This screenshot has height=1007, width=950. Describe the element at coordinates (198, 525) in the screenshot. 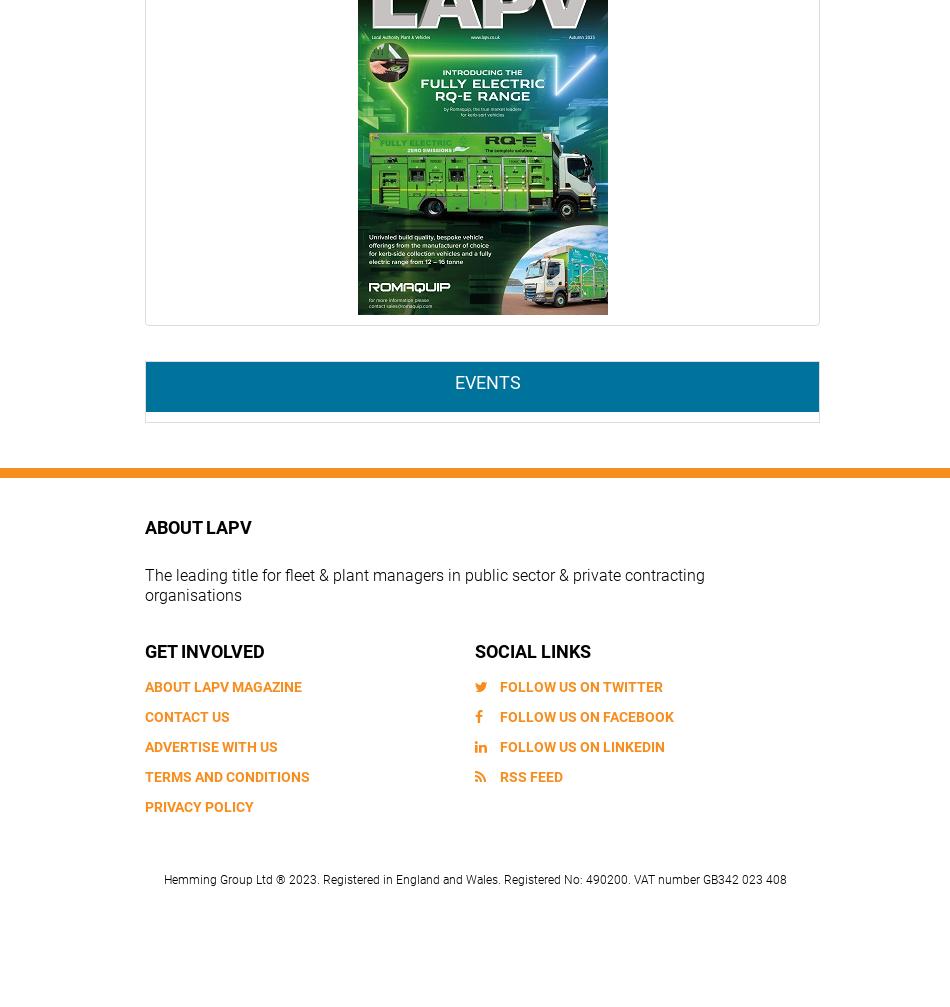

I see `'ABOUT LAPV'` at that location.